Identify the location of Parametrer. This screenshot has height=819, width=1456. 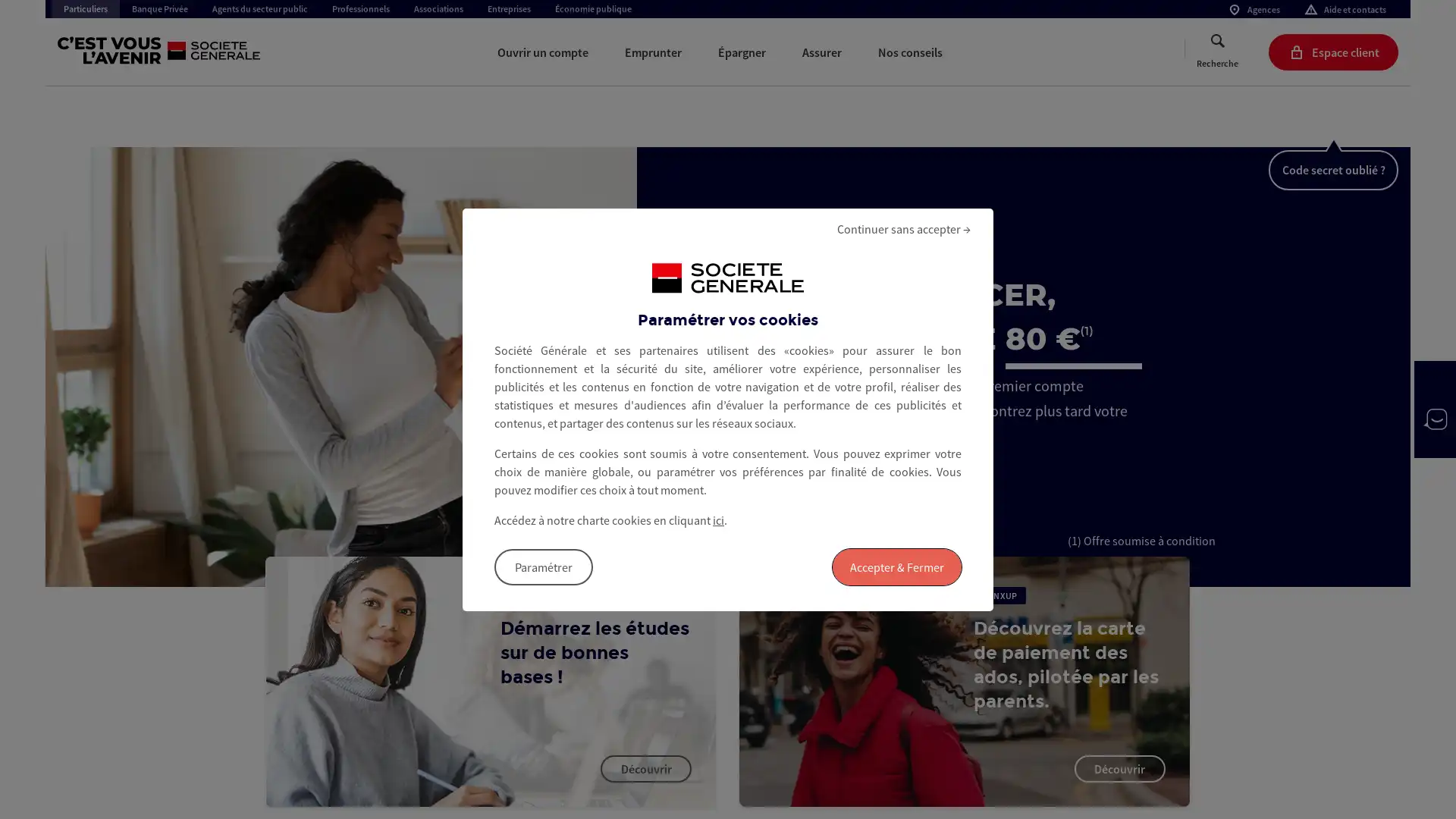
(543, 566).